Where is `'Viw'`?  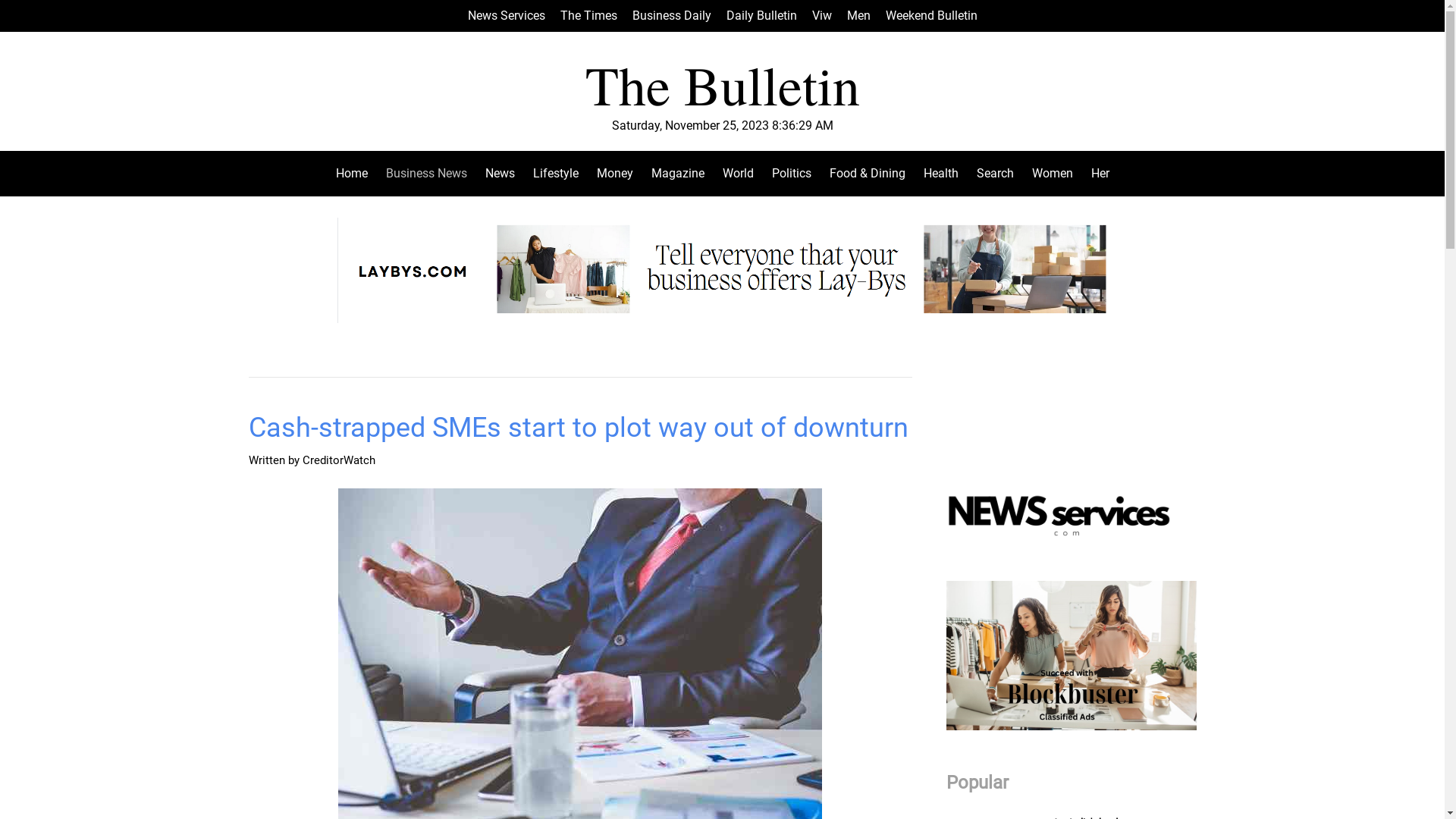
'Viw' is located at coordinates (811, 15).